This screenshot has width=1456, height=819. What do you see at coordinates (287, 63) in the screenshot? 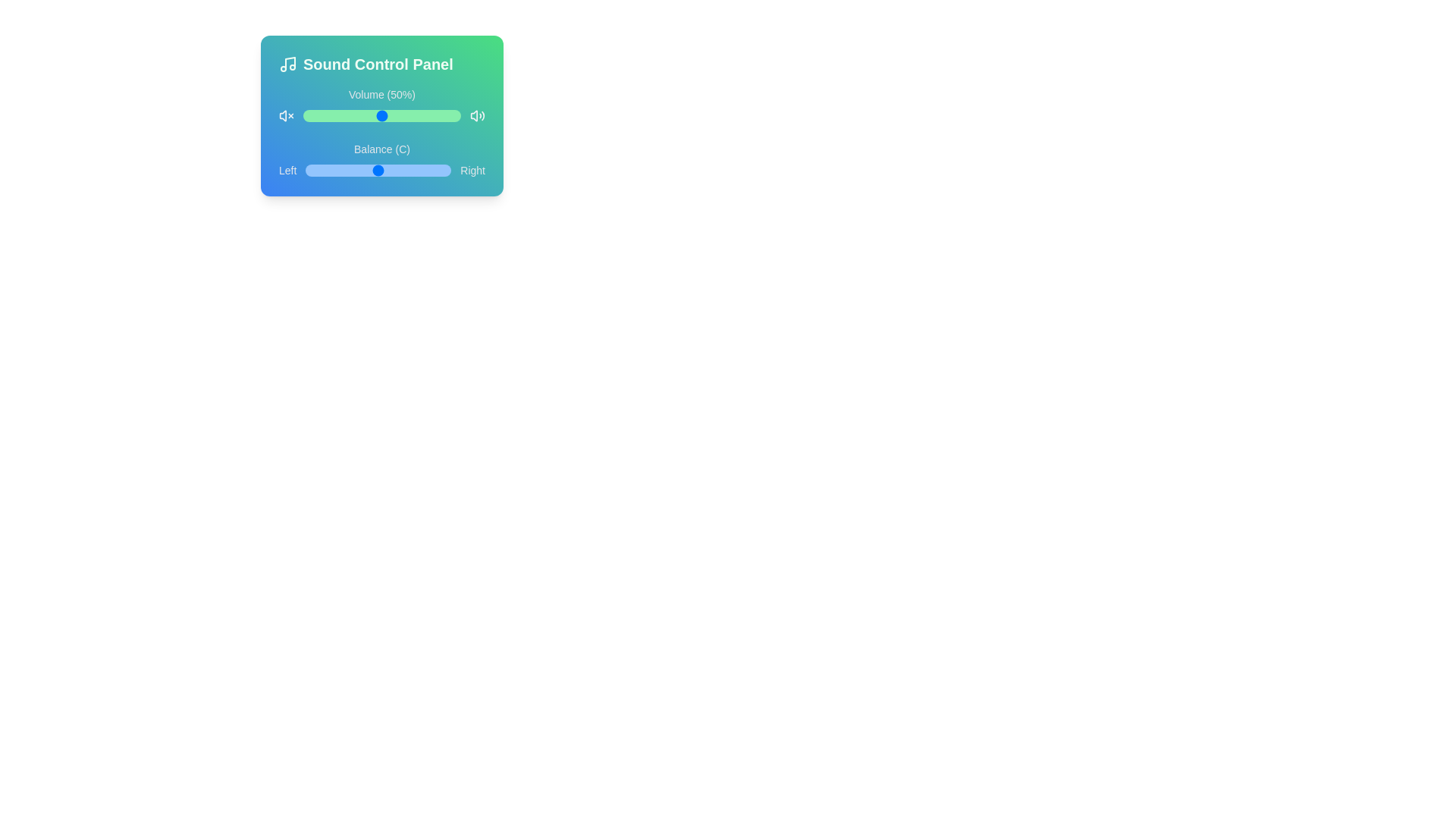
I see `the minimalist music note icon located to the left of the 'Sound Control Panel' text in the top section of the interface` at bounding box center [287, 63].